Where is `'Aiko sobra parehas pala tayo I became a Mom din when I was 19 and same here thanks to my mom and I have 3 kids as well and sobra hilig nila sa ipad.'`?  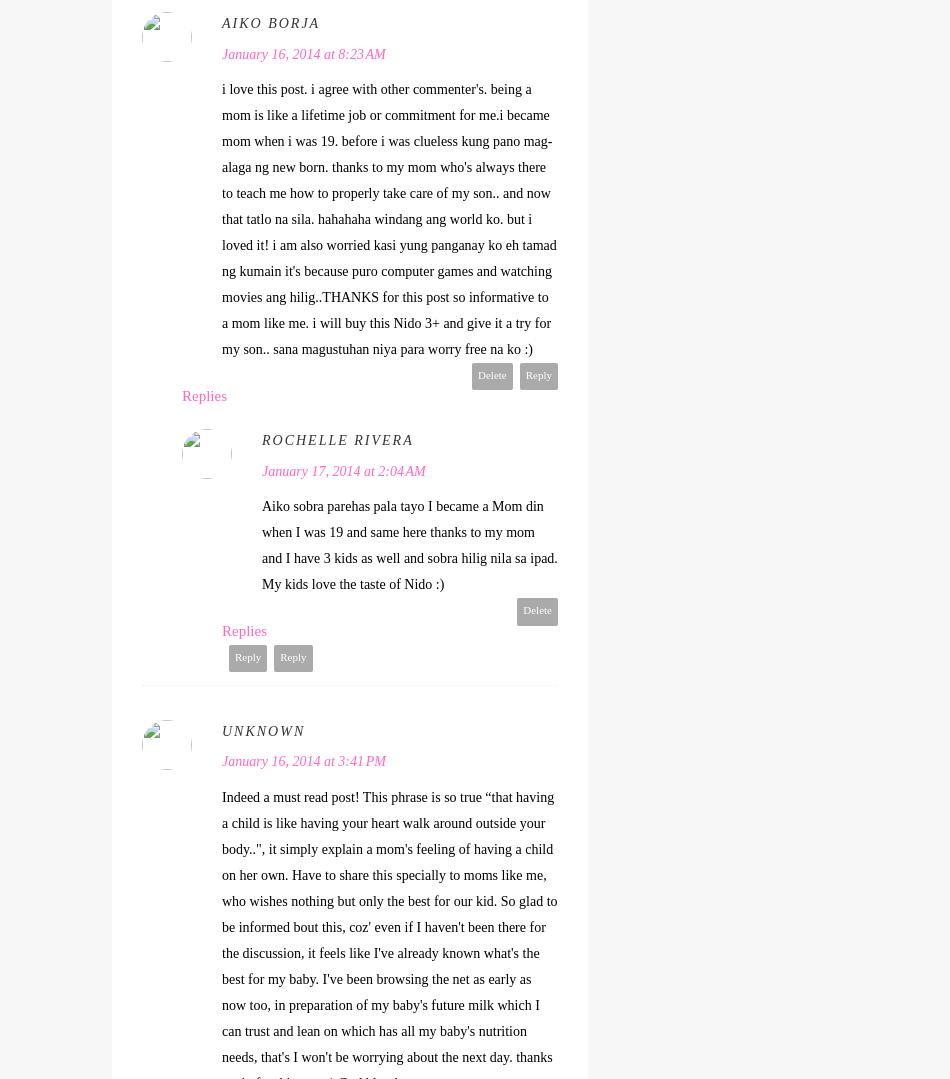 'Aiko sobra parehas pala tayo I became a Mom din when I was 19 and same here thanks to my mom and I have 3 kids as well and sobra hilig nila sa ipad.' is located at coordinates (408, 532).